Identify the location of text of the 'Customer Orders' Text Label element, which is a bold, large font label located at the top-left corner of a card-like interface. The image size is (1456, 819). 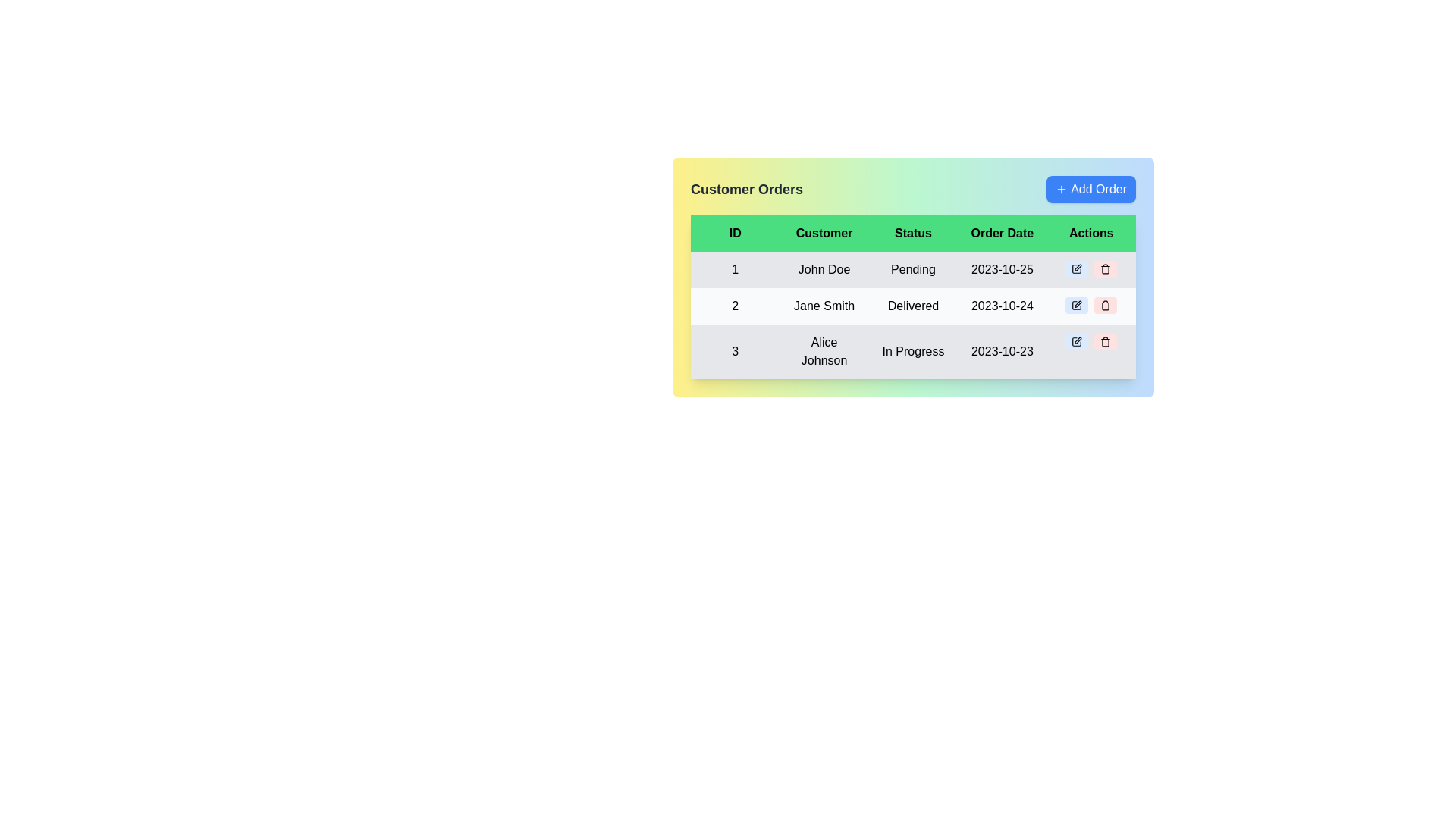
(746, 189).